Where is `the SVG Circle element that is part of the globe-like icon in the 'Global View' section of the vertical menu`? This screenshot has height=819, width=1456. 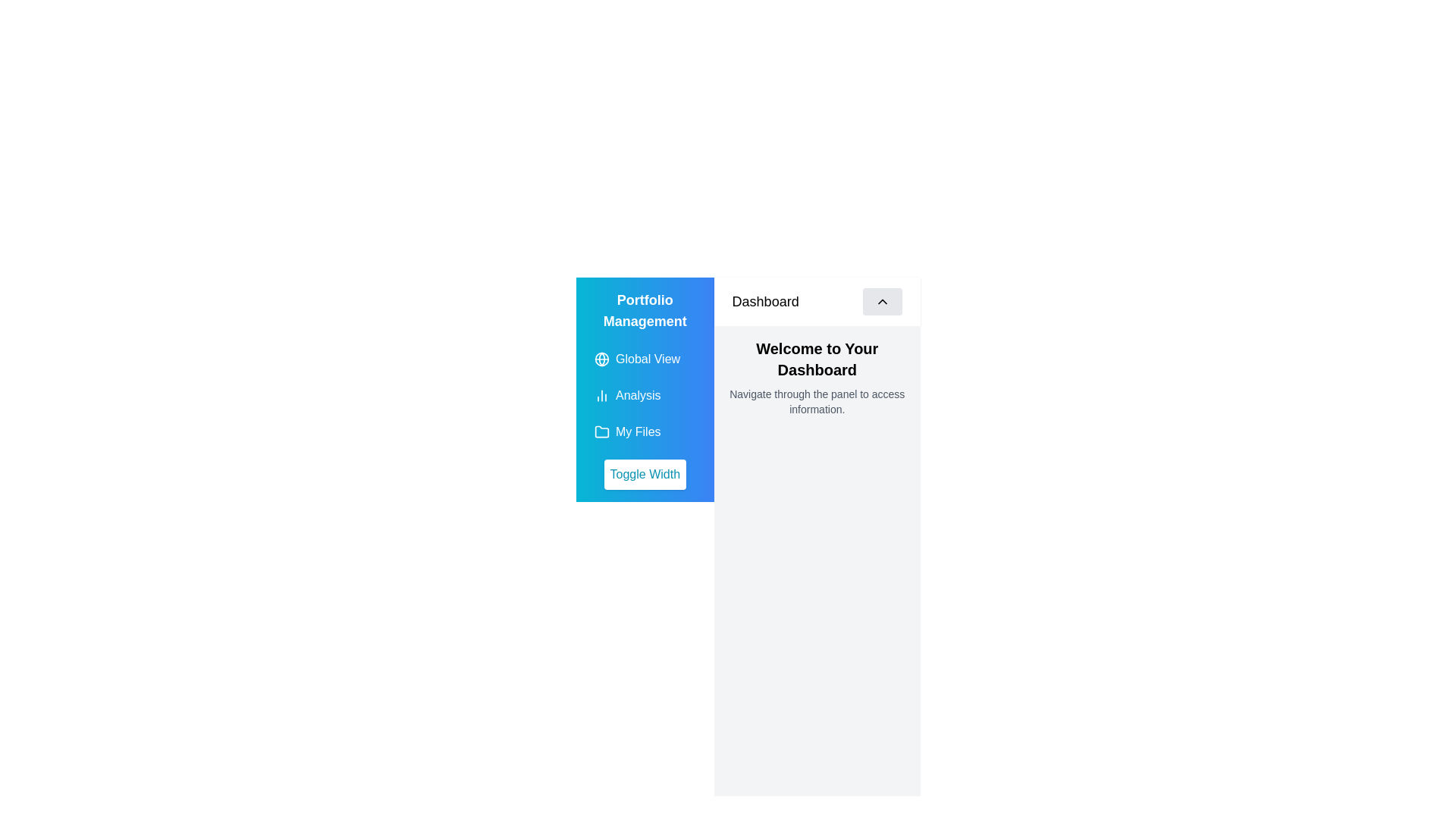
the SVG Circle element that is part of the globe-like icon in the 'Global View' section of the vertical menu is located at coordinates (601, 359).